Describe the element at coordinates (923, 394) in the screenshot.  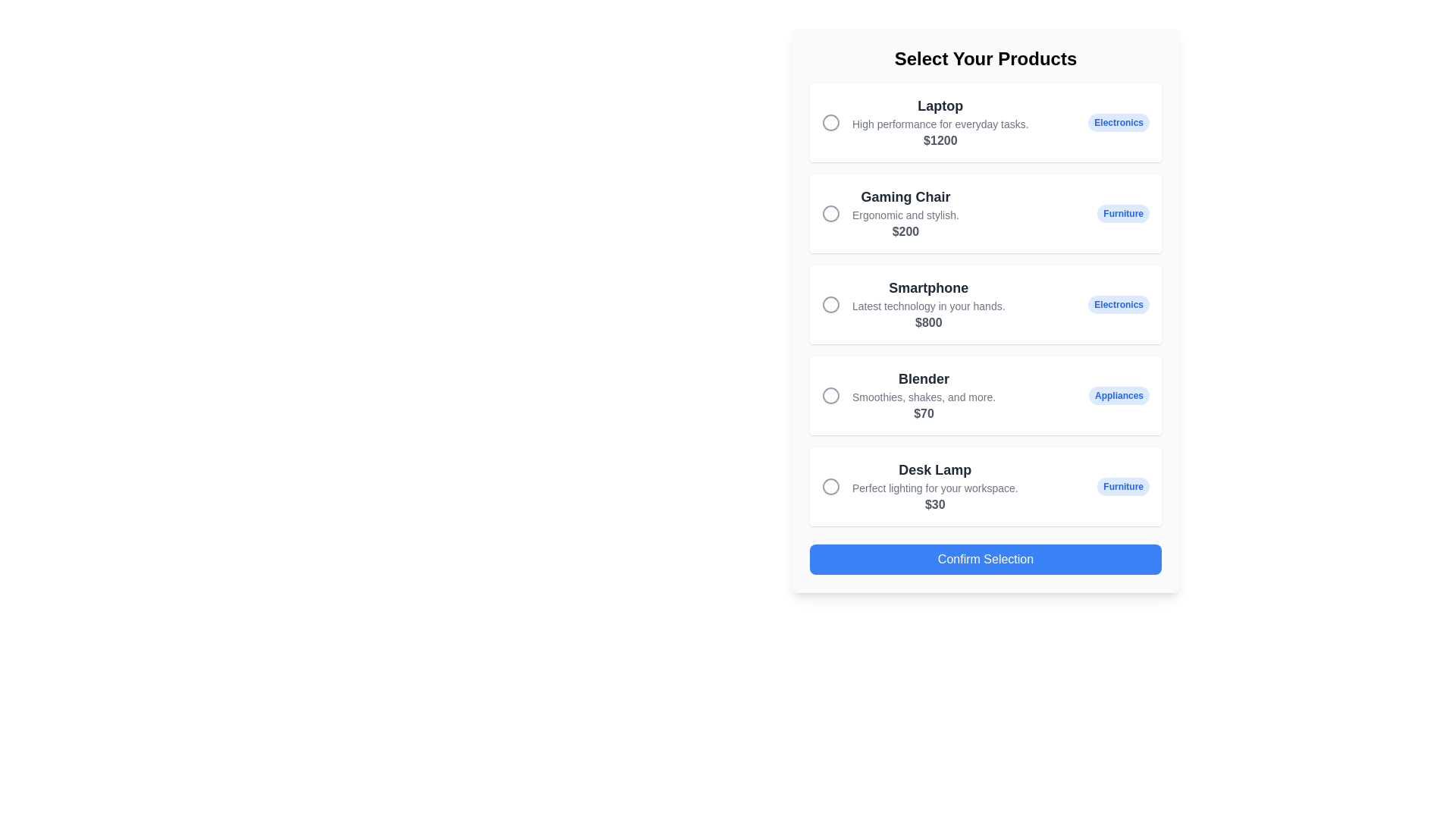
I see `the informational display element titled 'Blender', which includes the header, subtext, and price, located in the fourth position of the selection list` at that location.